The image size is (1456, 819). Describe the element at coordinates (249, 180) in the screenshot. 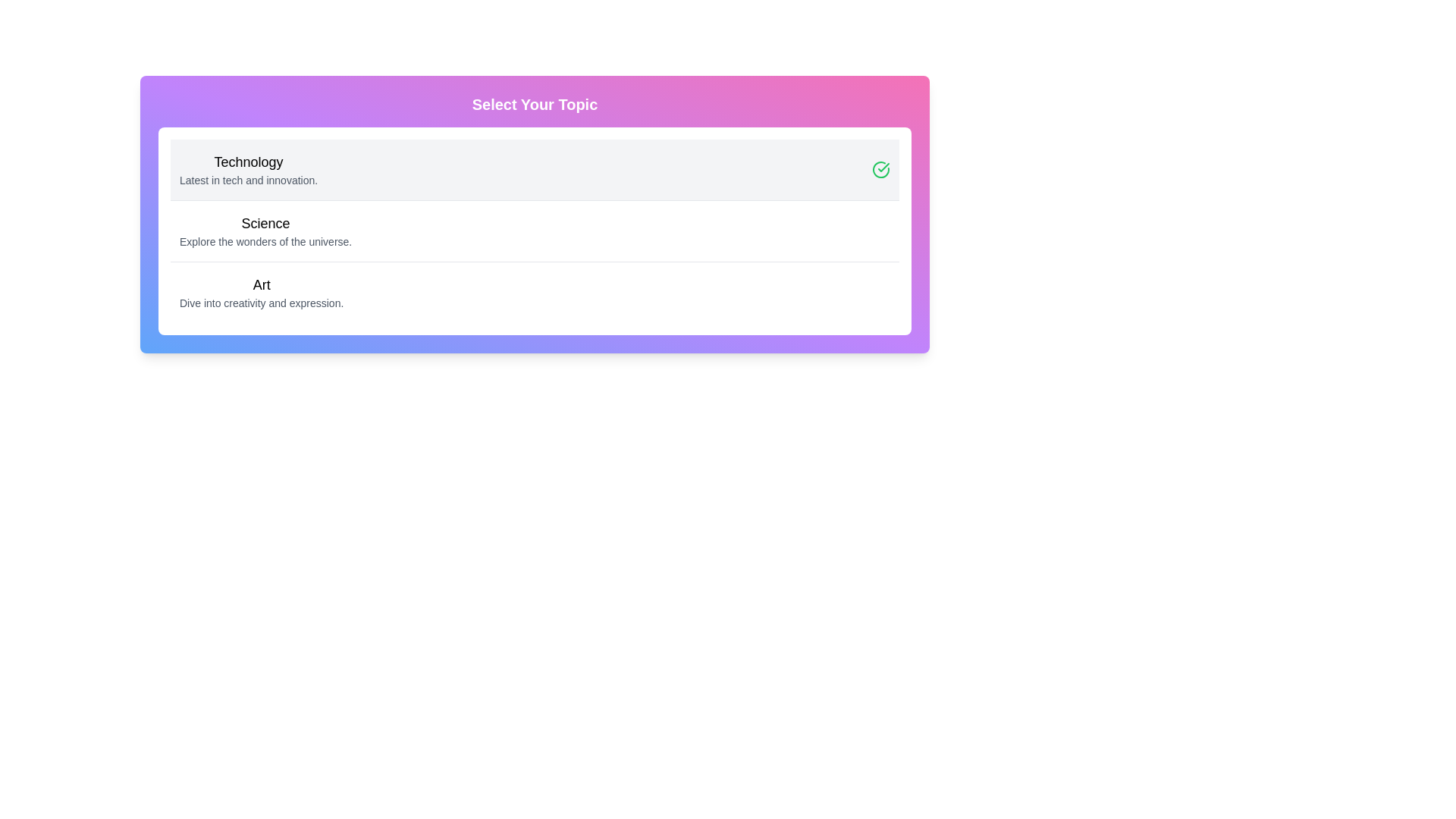

I see `the text label that reads 'Latest in tech and innovation.' which is positioned beneath the 'Technology' header in the first card of topics` at that location.